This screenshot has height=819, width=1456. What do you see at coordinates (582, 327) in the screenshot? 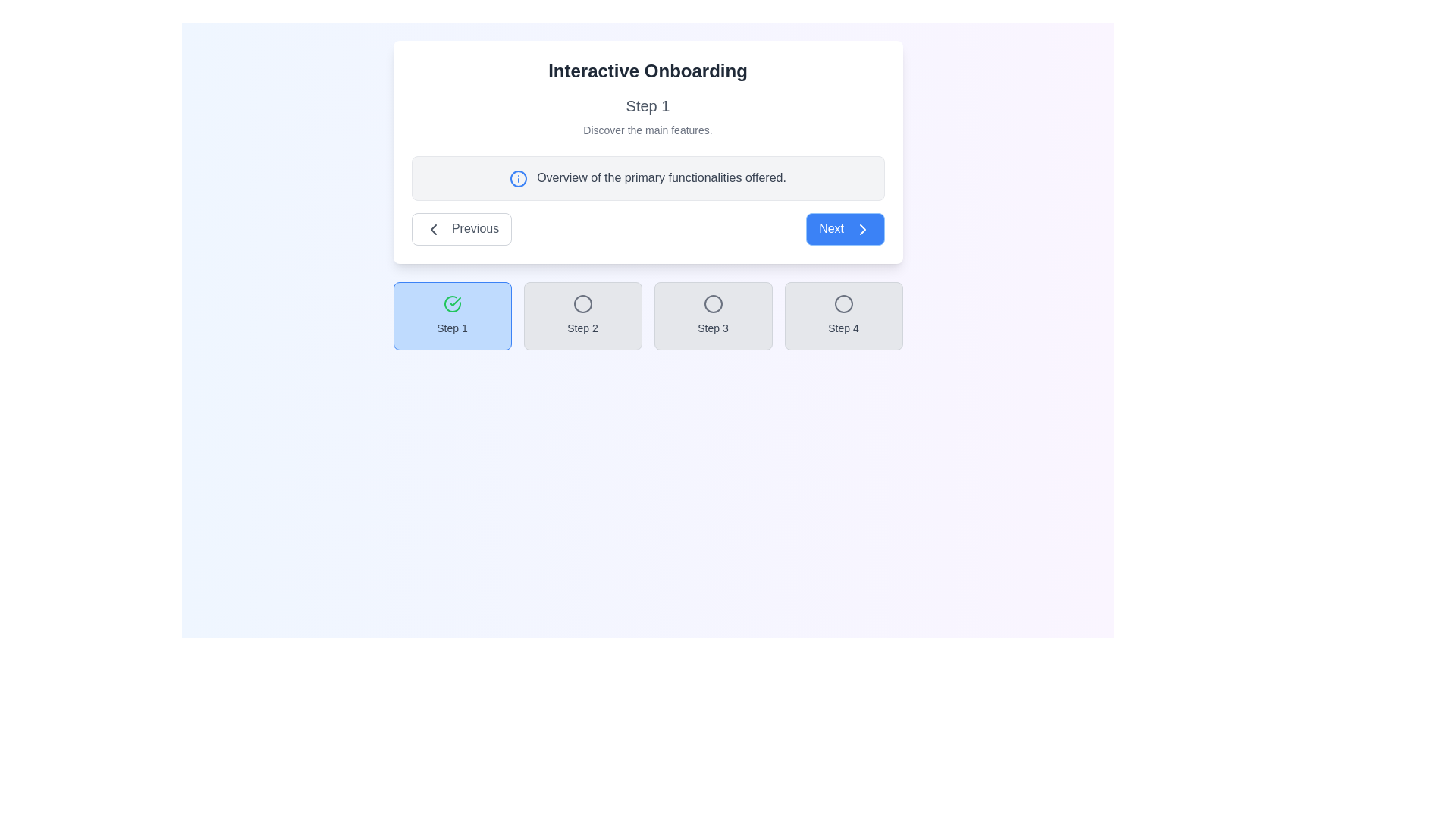
I see `the 'Step 2' text label, which provides information about the associated step in a sequence` at bounding box center [582, 327].